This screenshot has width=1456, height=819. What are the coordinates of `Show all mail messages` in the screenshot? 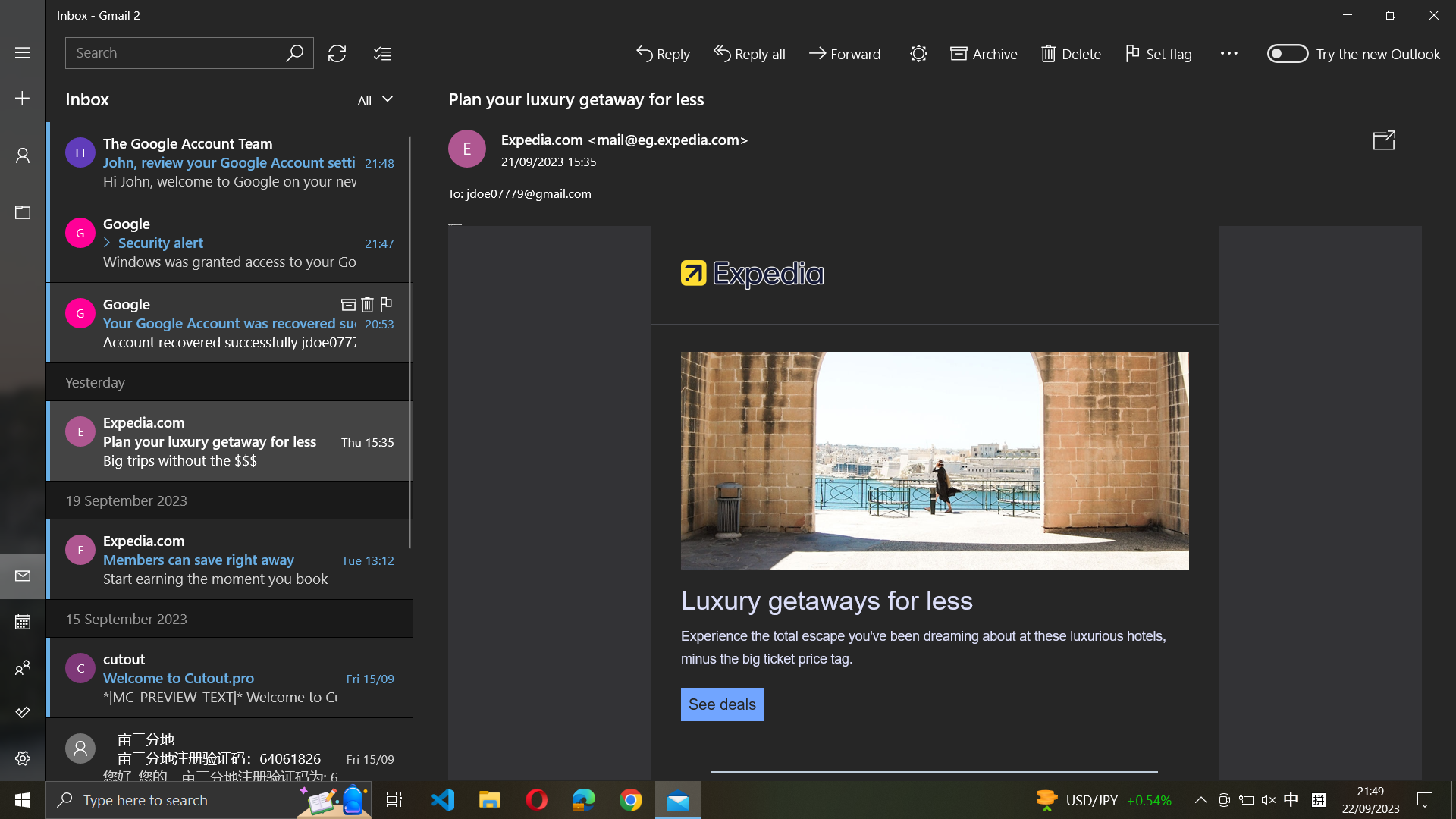 It's located at (375, 100).